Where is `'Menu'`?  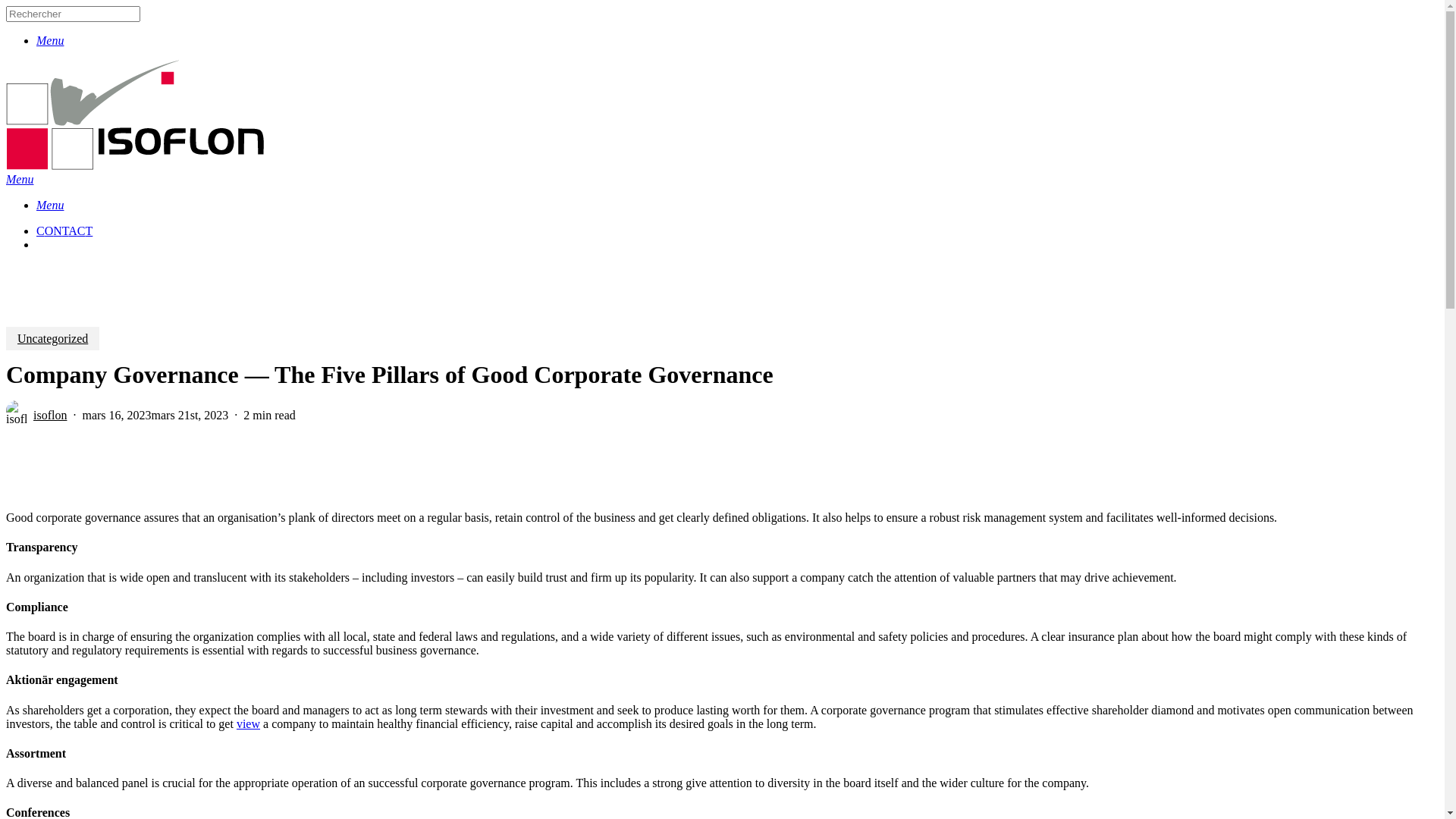
'Menu' is located at coordinates (36, 205).